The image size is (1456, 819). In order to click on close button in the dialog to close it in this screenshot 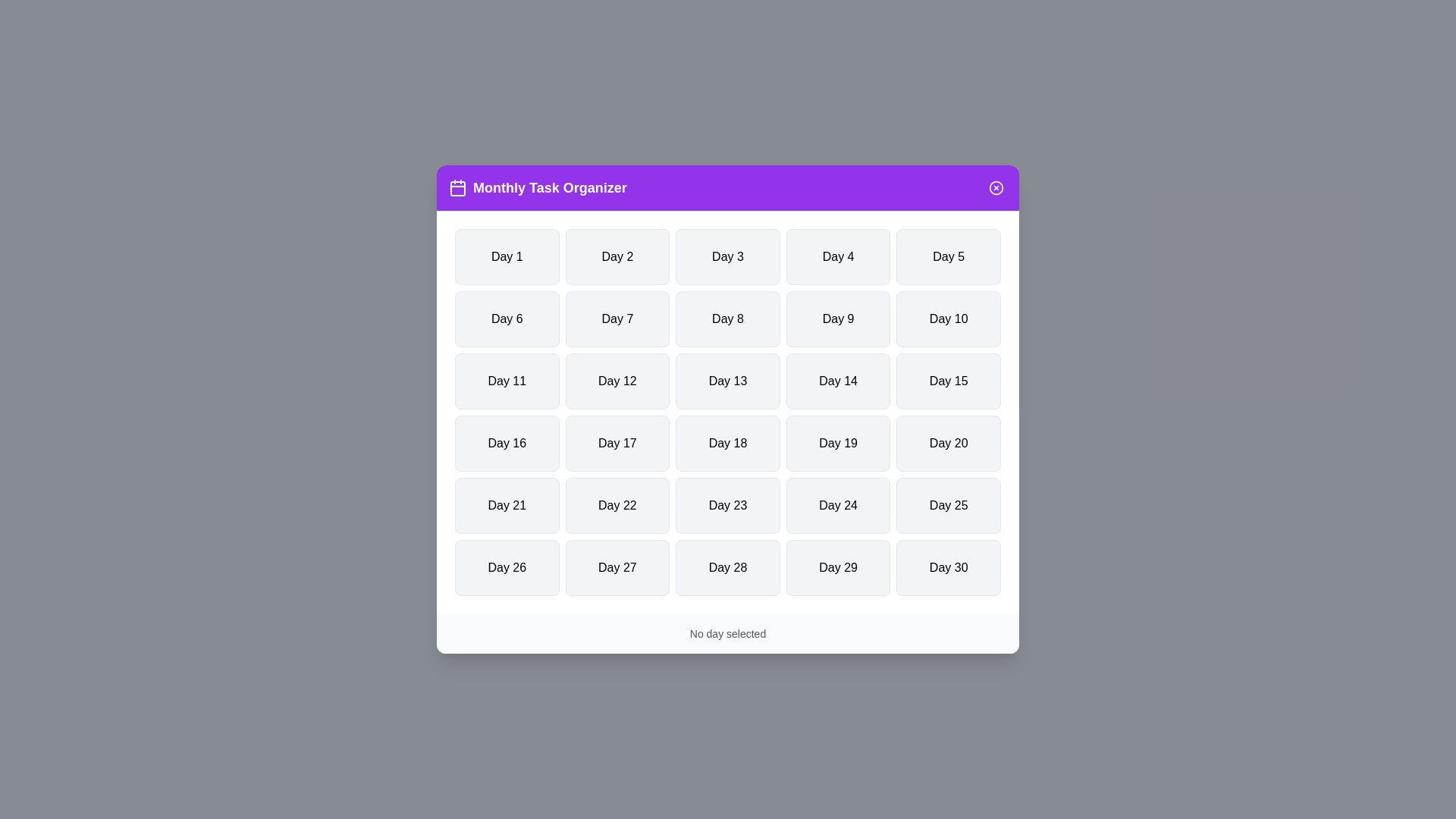, I will do `click(996, 187)`.